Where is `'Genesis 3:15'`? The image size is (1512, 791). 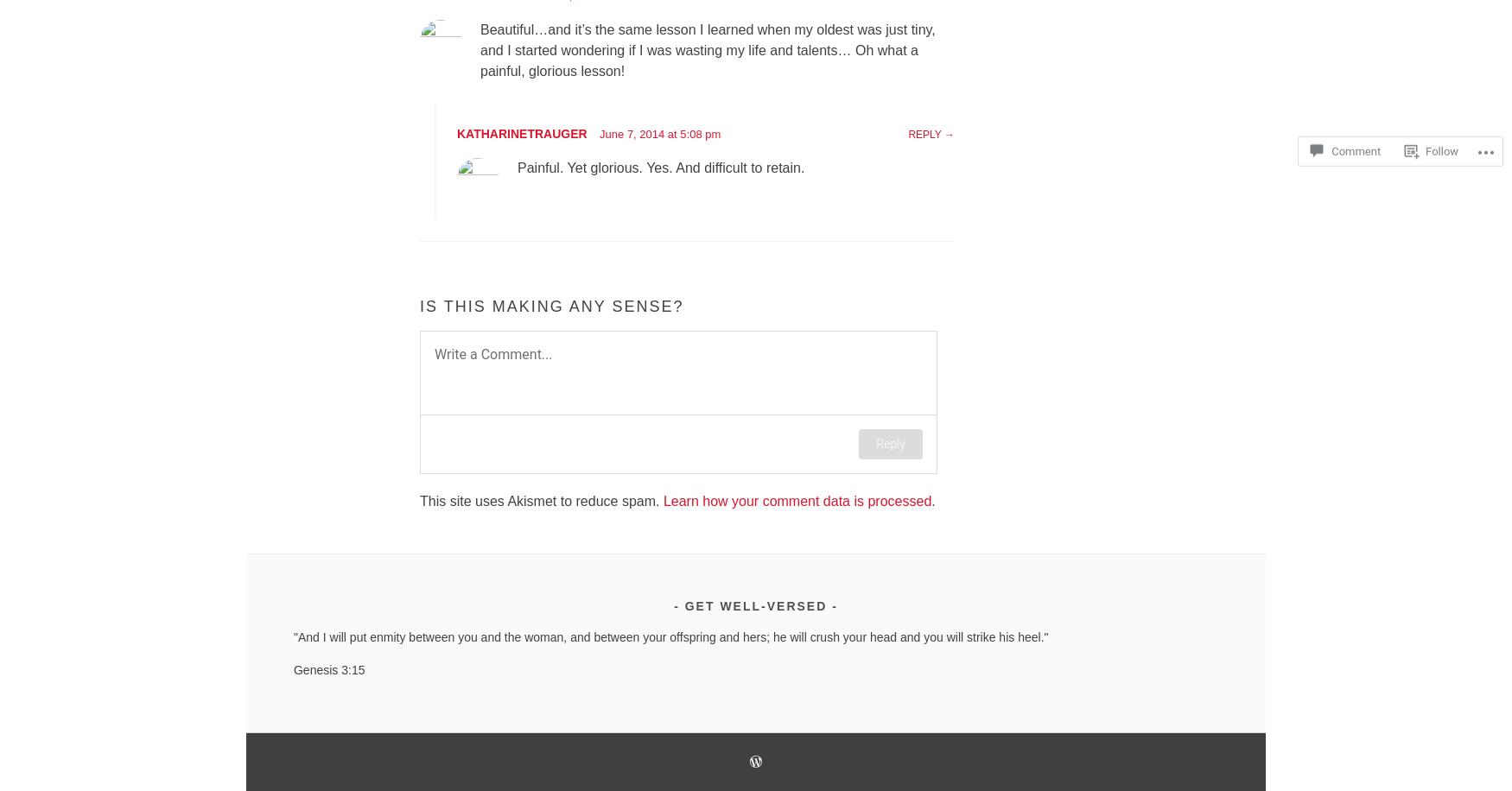
'Genesis 3:15' is located at coordinates (327, 668).